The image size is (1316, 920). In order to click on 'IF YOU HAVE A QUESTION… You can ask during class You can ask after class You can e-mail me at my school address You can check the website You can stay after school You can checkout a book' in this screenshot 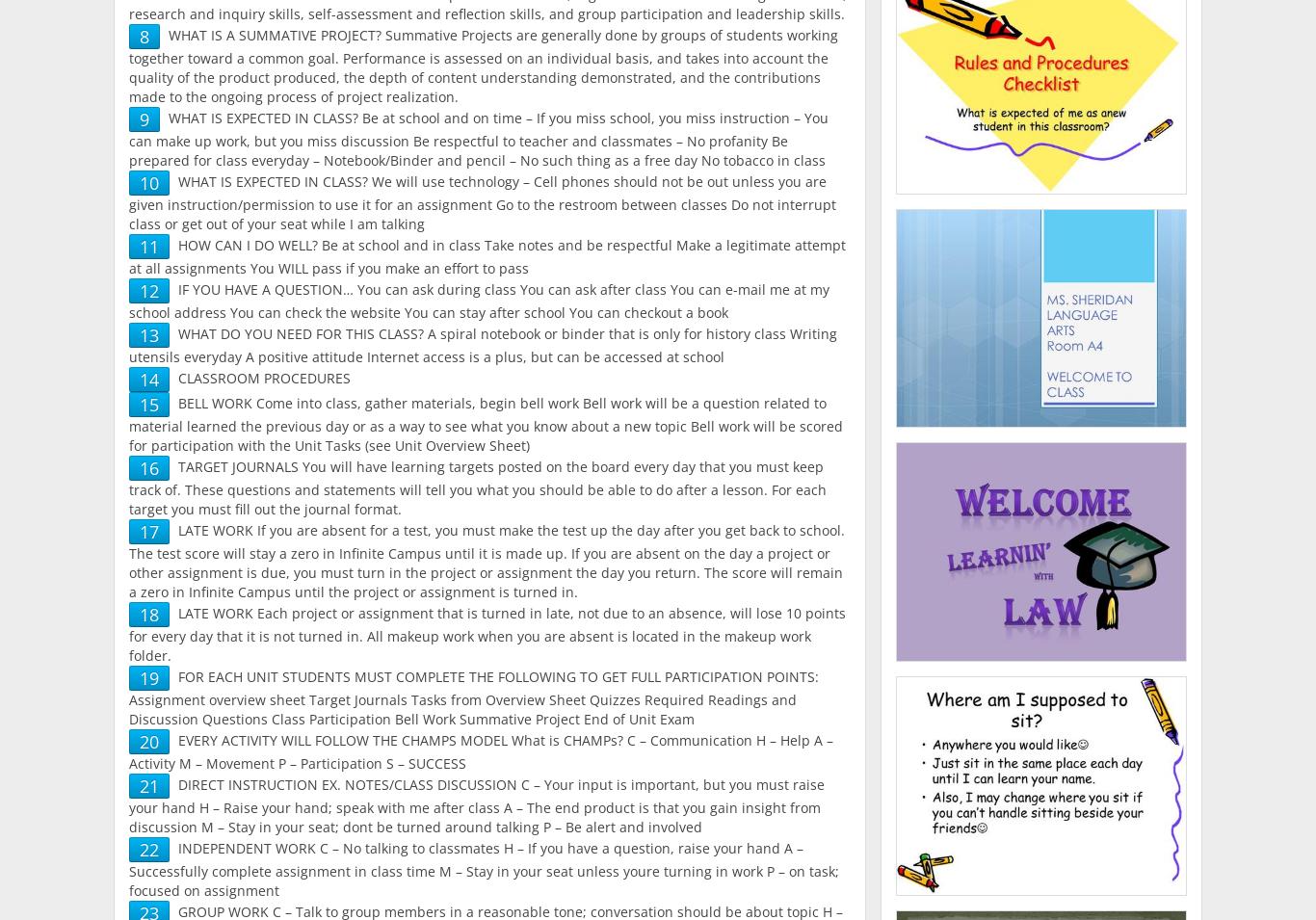, I will do `click(479, 300)`.